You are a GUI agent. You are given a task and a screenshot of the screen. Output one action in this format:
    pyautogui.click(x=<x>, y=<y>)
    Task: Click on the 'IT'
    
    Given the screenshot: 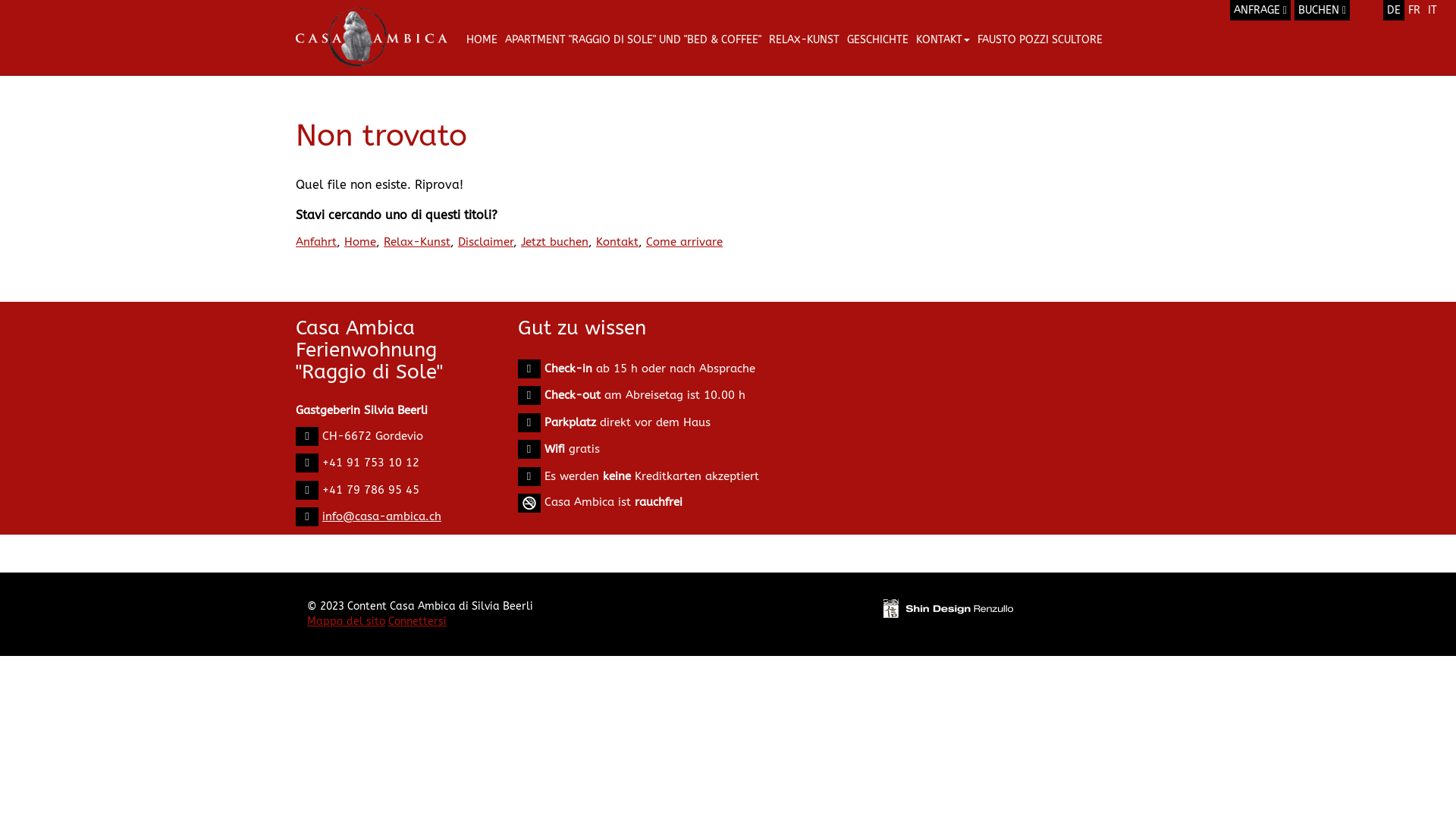 What is the action you would take?
    pyautogui.click(x=1432, y=10)
    